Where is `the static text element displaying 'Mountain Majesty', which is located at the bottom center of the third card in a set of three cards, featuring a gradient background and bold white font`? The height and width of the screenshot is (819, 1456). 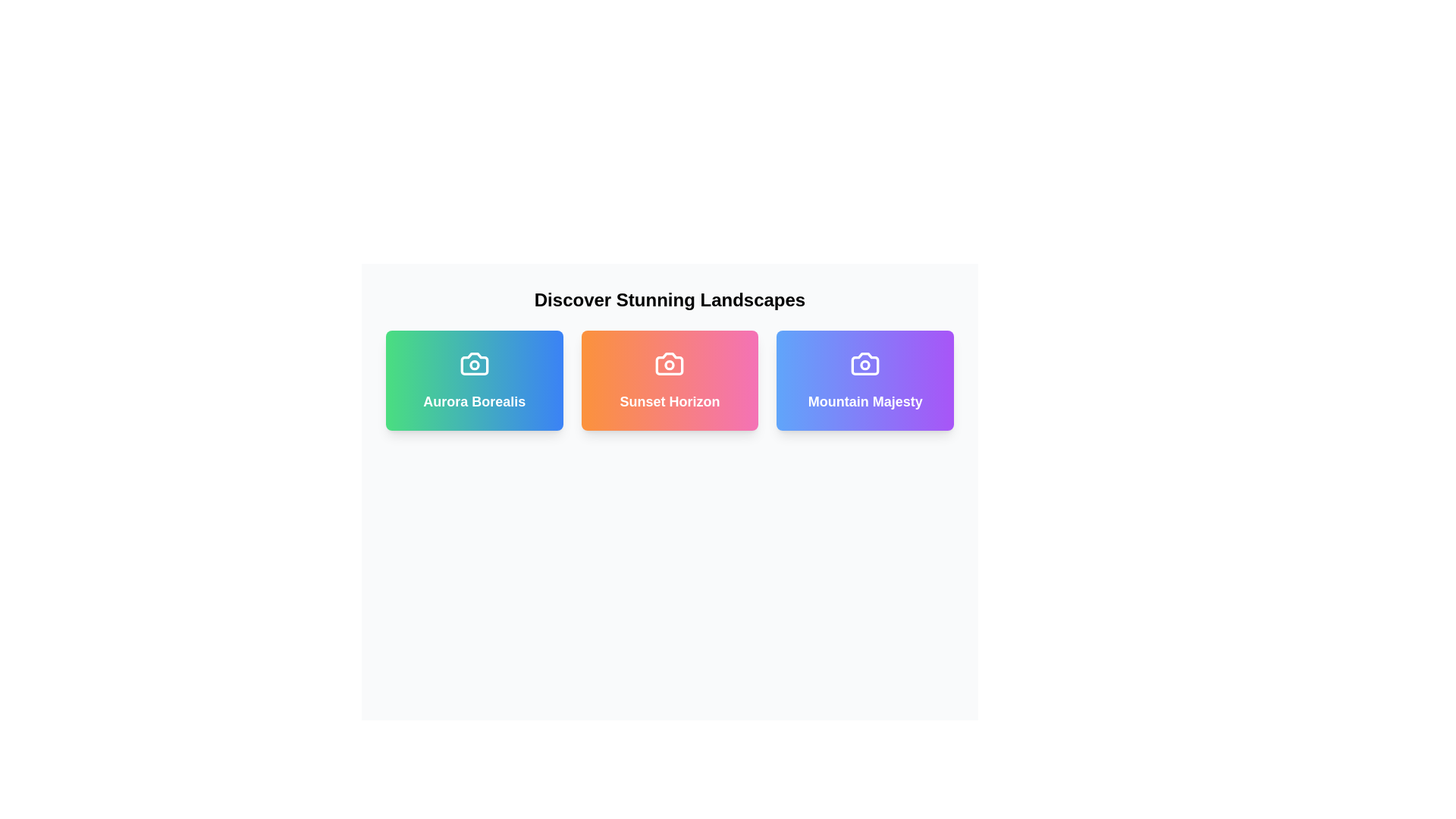
the static text element displaying 'Mountain Majesty', which is located at the bottom center of the third card in a set of three cards, featuring a gradient background and bold white font is located at coordinates (865, 400).